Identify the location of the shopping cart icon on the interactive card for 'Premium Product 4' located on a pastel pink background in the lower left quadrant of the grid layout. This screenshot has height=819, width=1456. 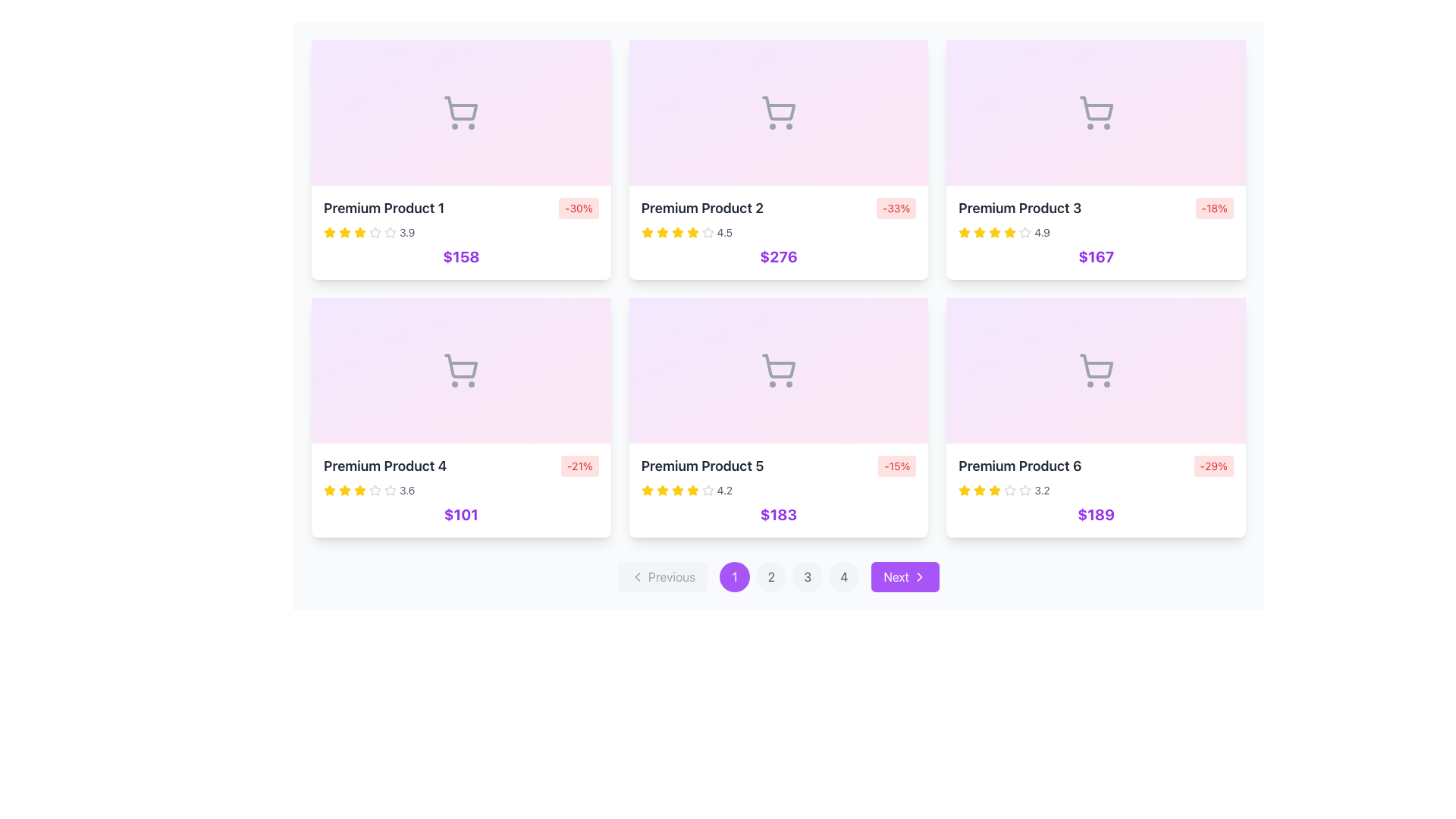
(460, 366).